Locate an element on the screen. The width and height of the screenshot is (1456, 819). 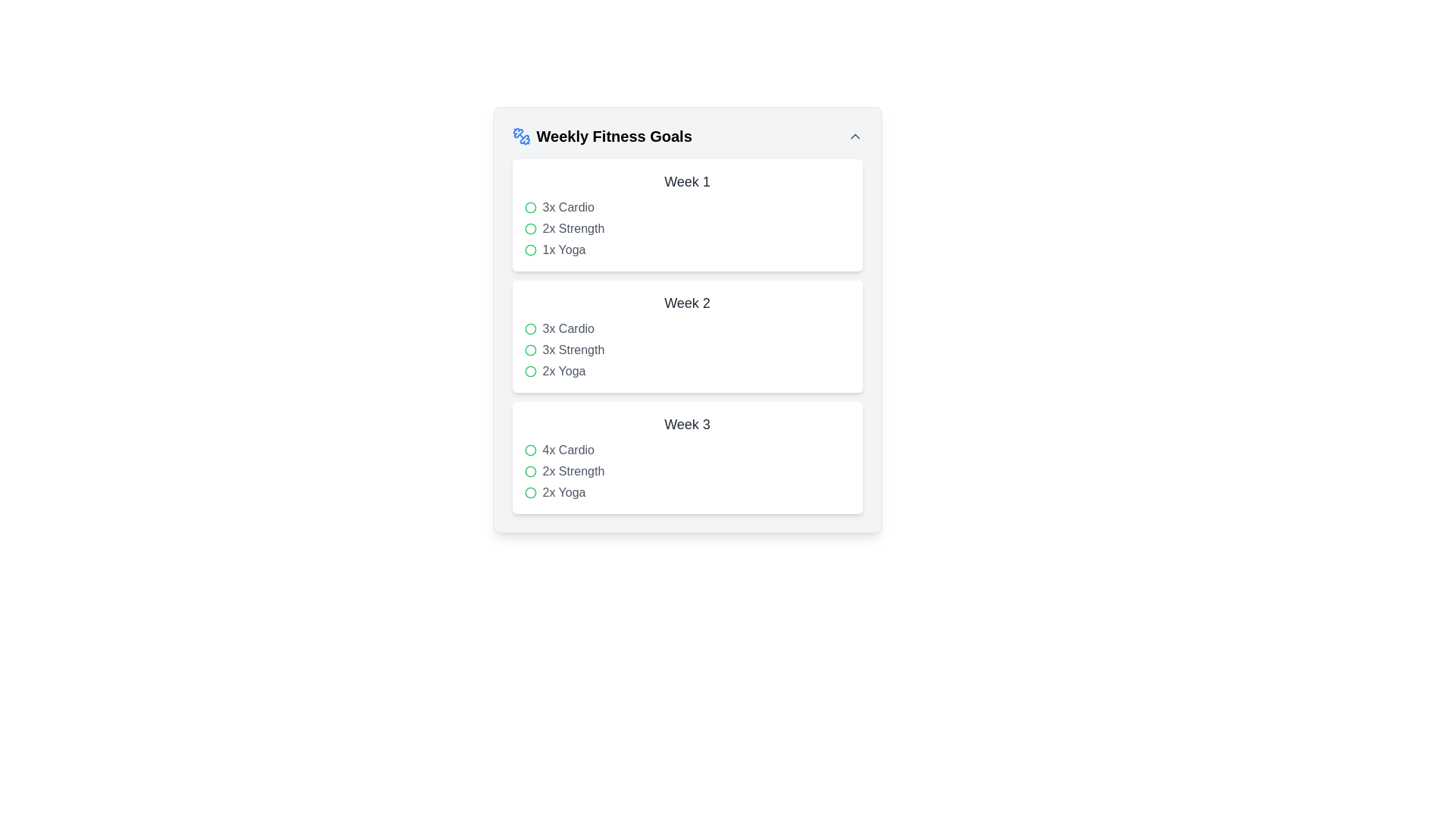
the static text element that serves as a label for part of the user's weekly goals, located in the 'Week 1' section under 'Weekly Fitness Goals', which is the second item in a vertical list is located at coordinates (573, 228).